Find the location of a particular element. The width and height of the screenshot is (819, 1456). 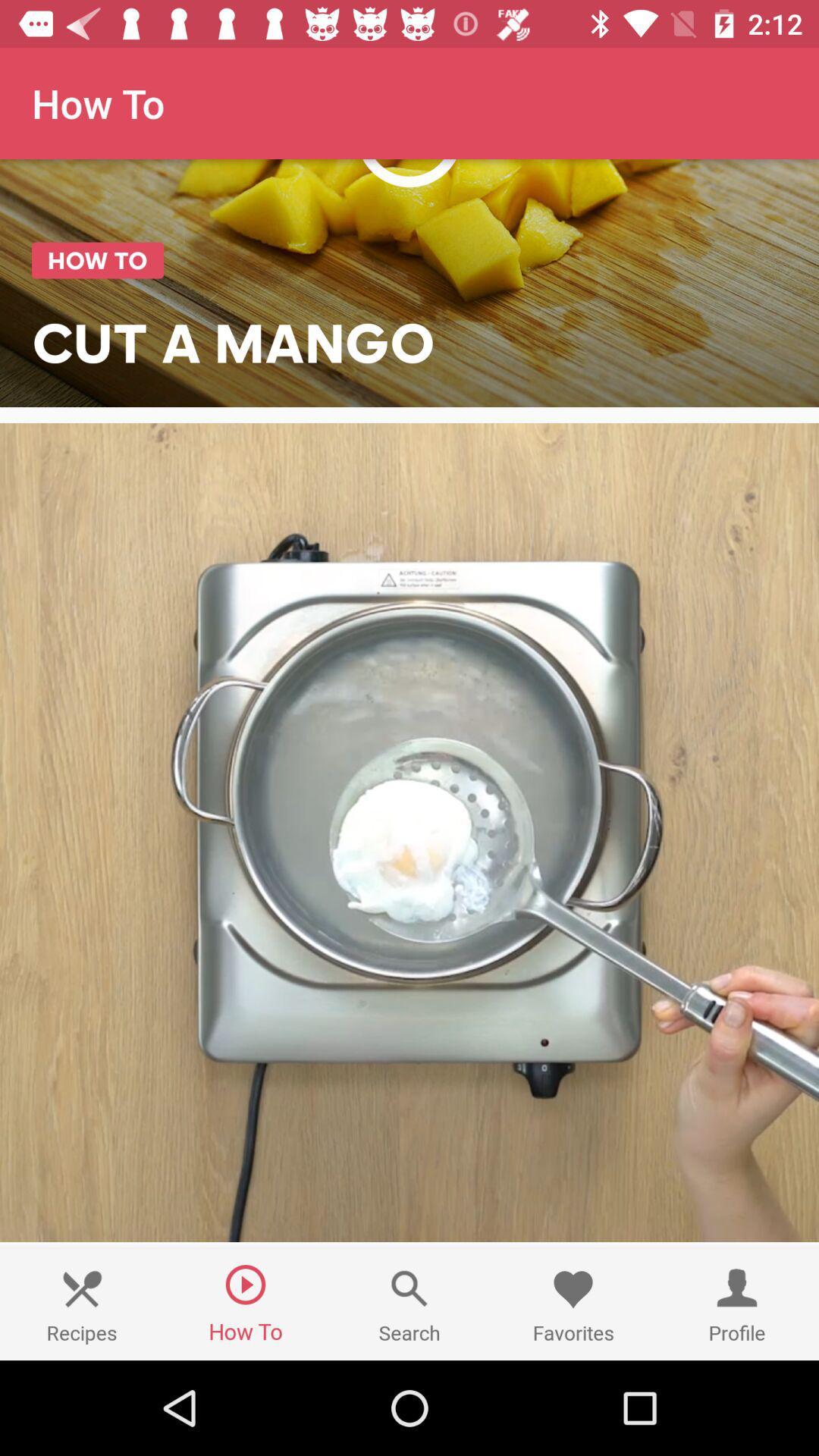

the image search right to image how to is located at coordinates (409, 1304).